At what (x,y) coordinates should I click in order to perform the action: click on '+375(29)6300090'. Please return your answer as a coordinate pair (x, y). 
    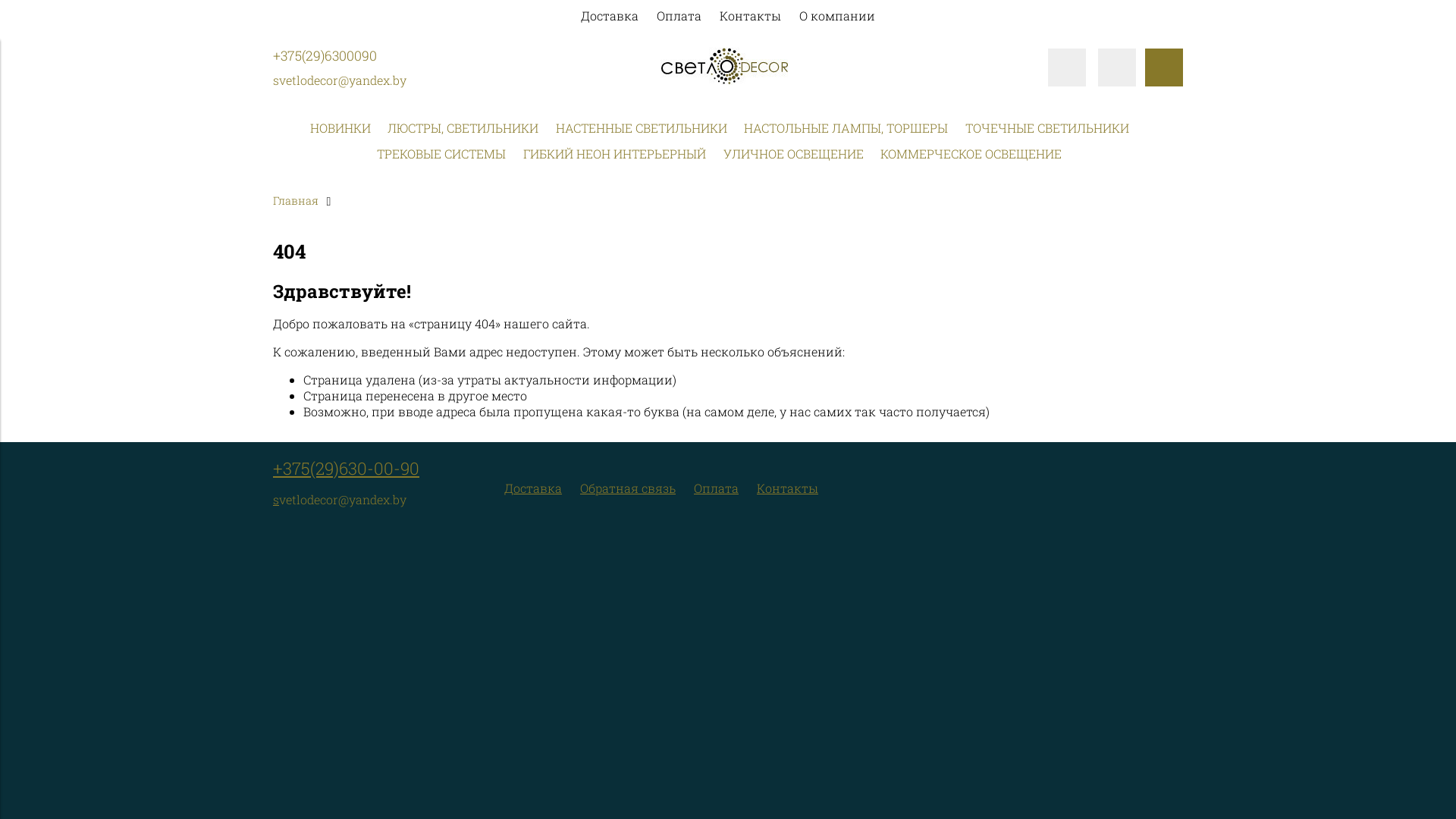
    Looking at the image, I should click on (324, 55).